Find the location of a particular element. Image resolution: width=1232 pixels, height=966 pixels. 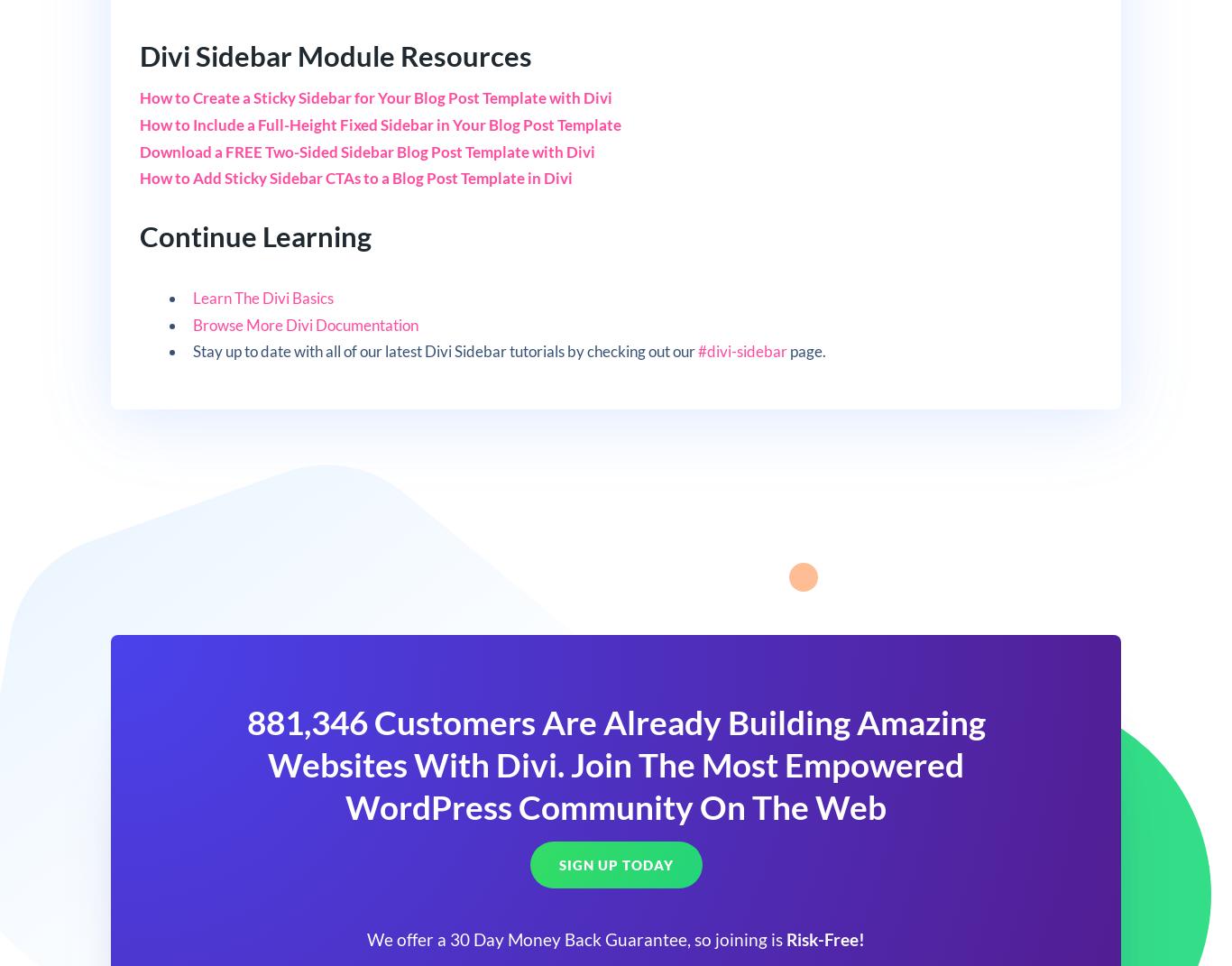

'#divi-sidebar' is located at coordinates (697, 351).